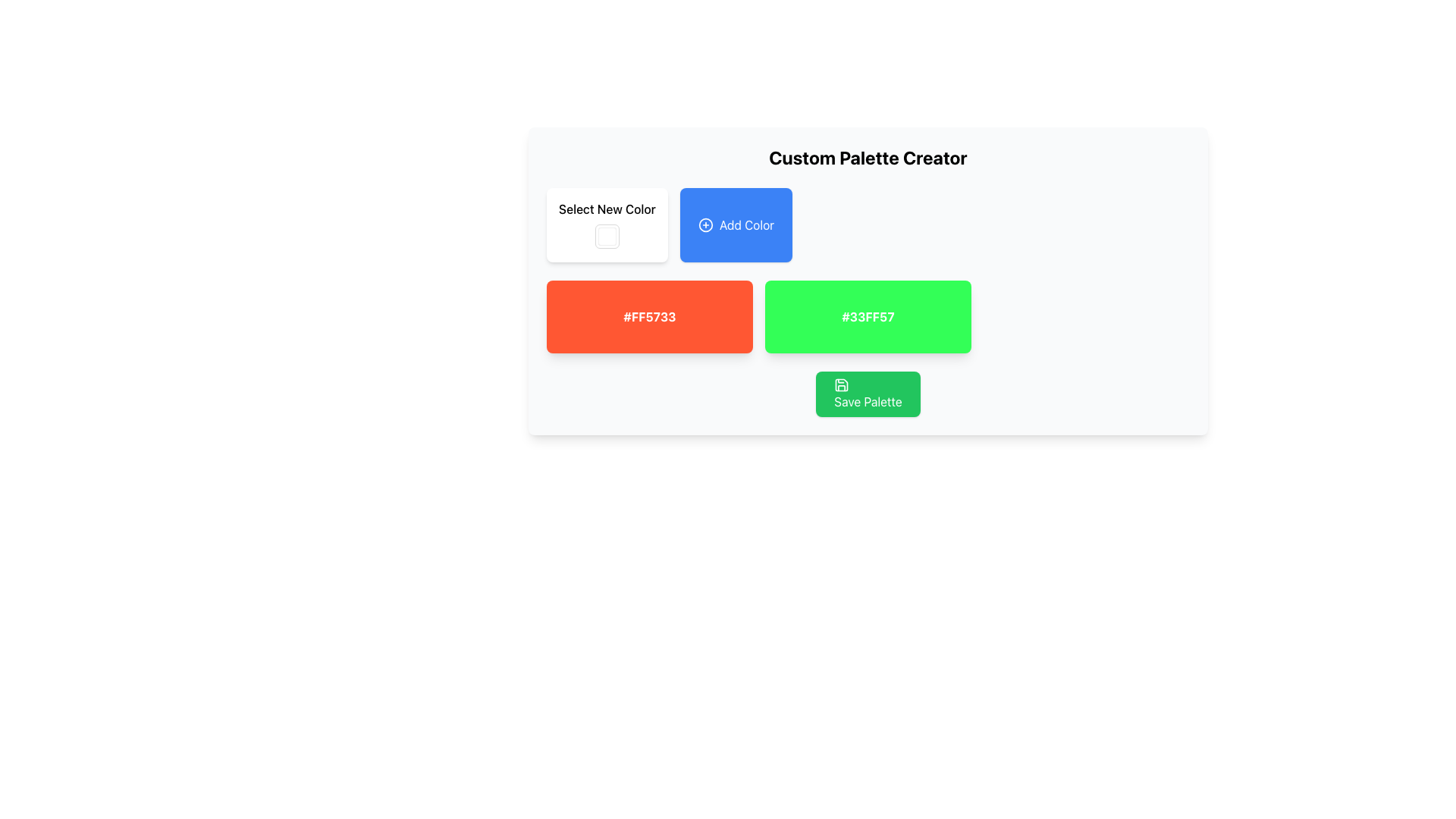 This screenshot has width=1456, height=819. I want to click on the color selection box within the 'Select New Color' component, so click(607, 225).